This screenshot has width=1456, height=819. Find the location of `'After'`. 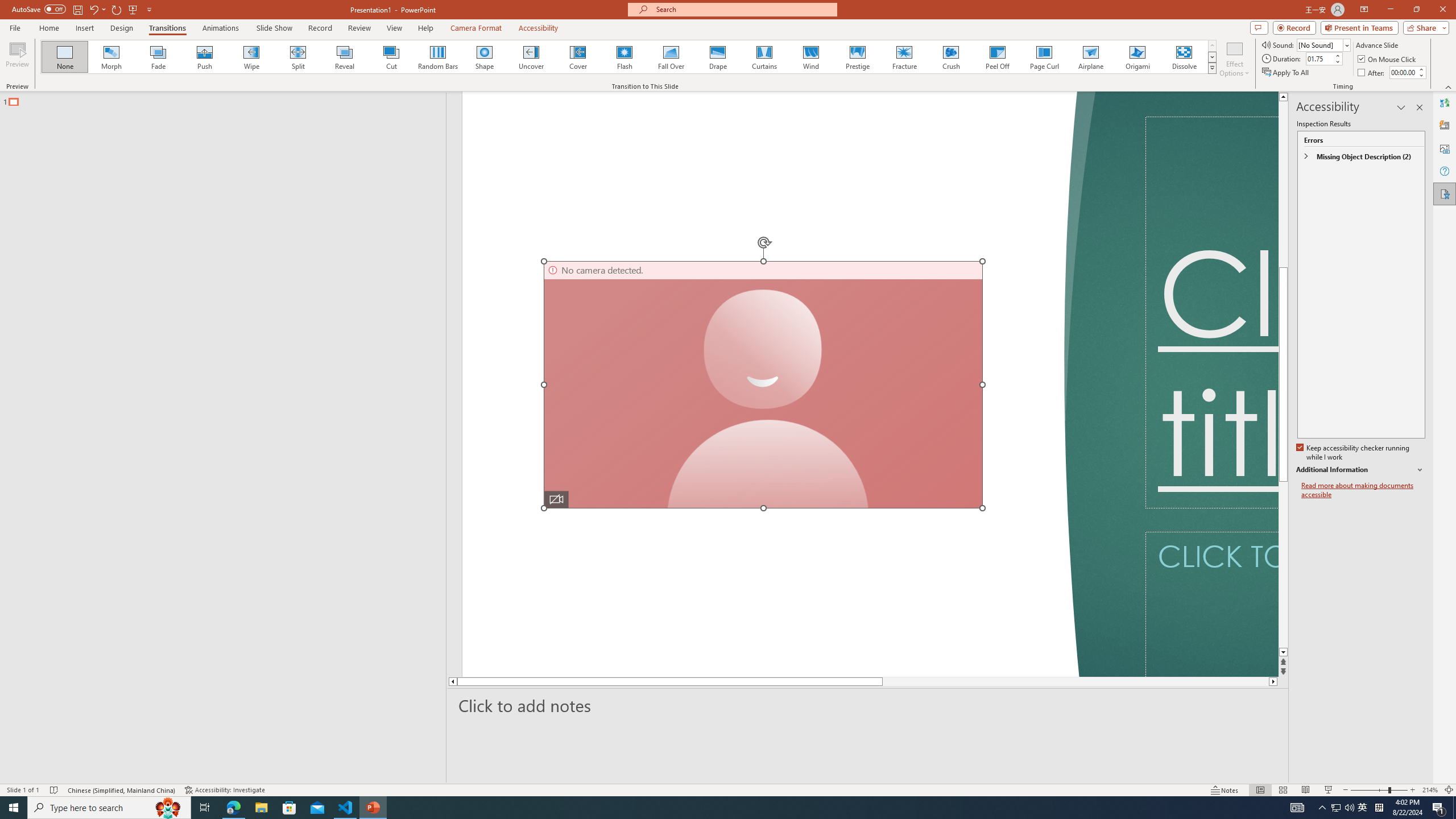

'After' is located at coordinates (1372, 72).